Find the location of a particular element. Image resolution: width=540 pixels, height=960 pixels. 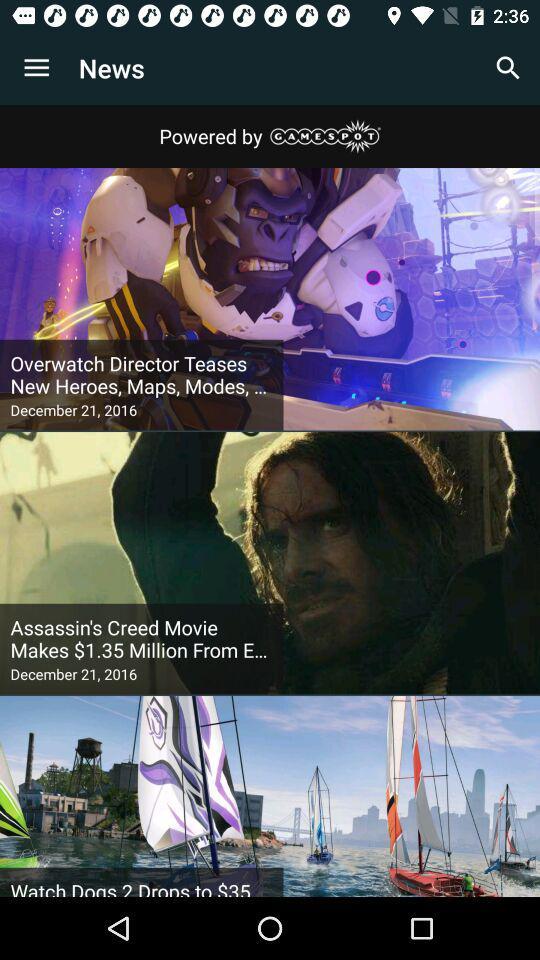

the overwatch director teases icon is located at coordinates (140, 374).